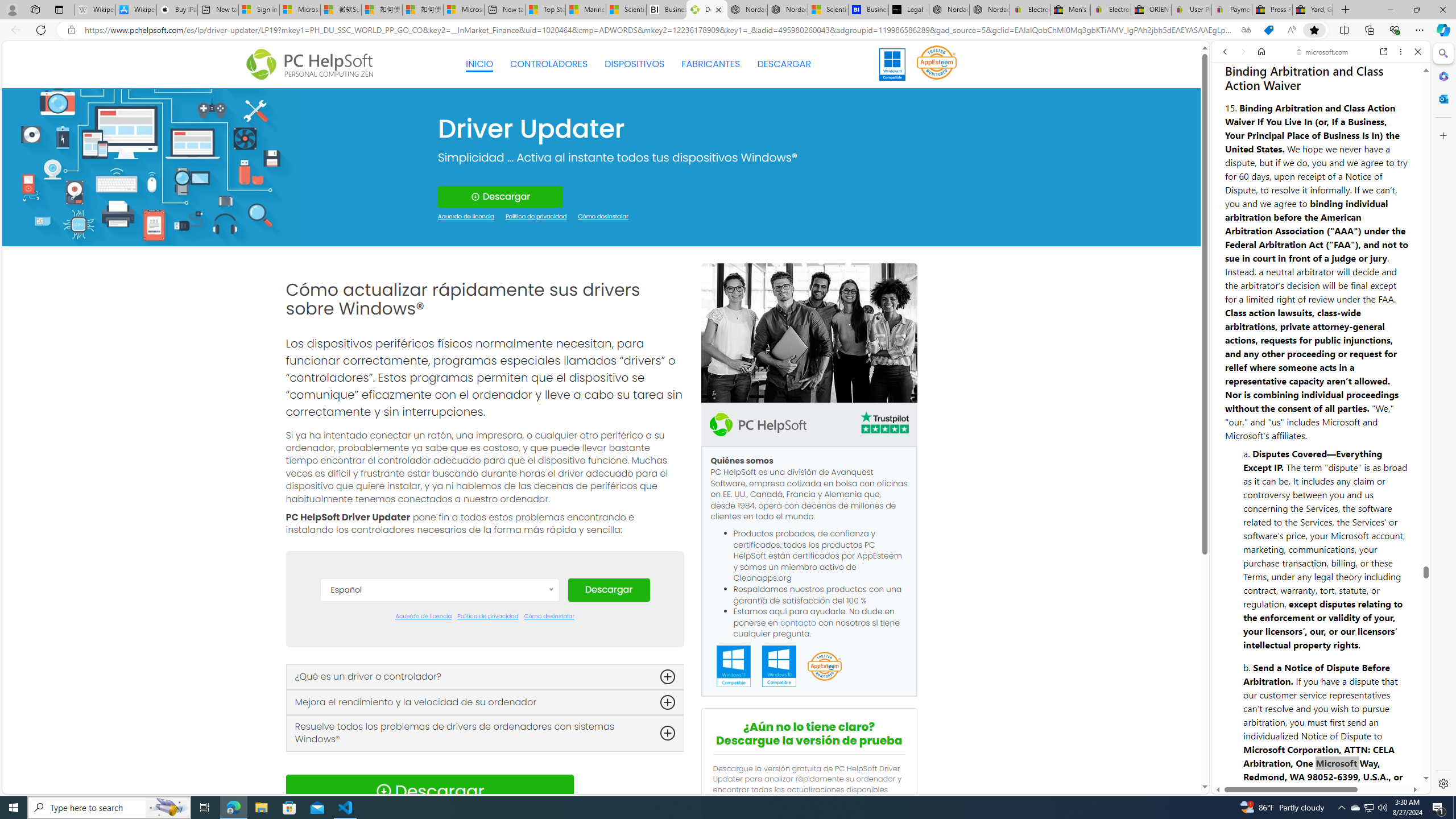 The height and width of the screenshot is (819, 1456). I want to click on 'PCHelpsoft', so click(758, 423).